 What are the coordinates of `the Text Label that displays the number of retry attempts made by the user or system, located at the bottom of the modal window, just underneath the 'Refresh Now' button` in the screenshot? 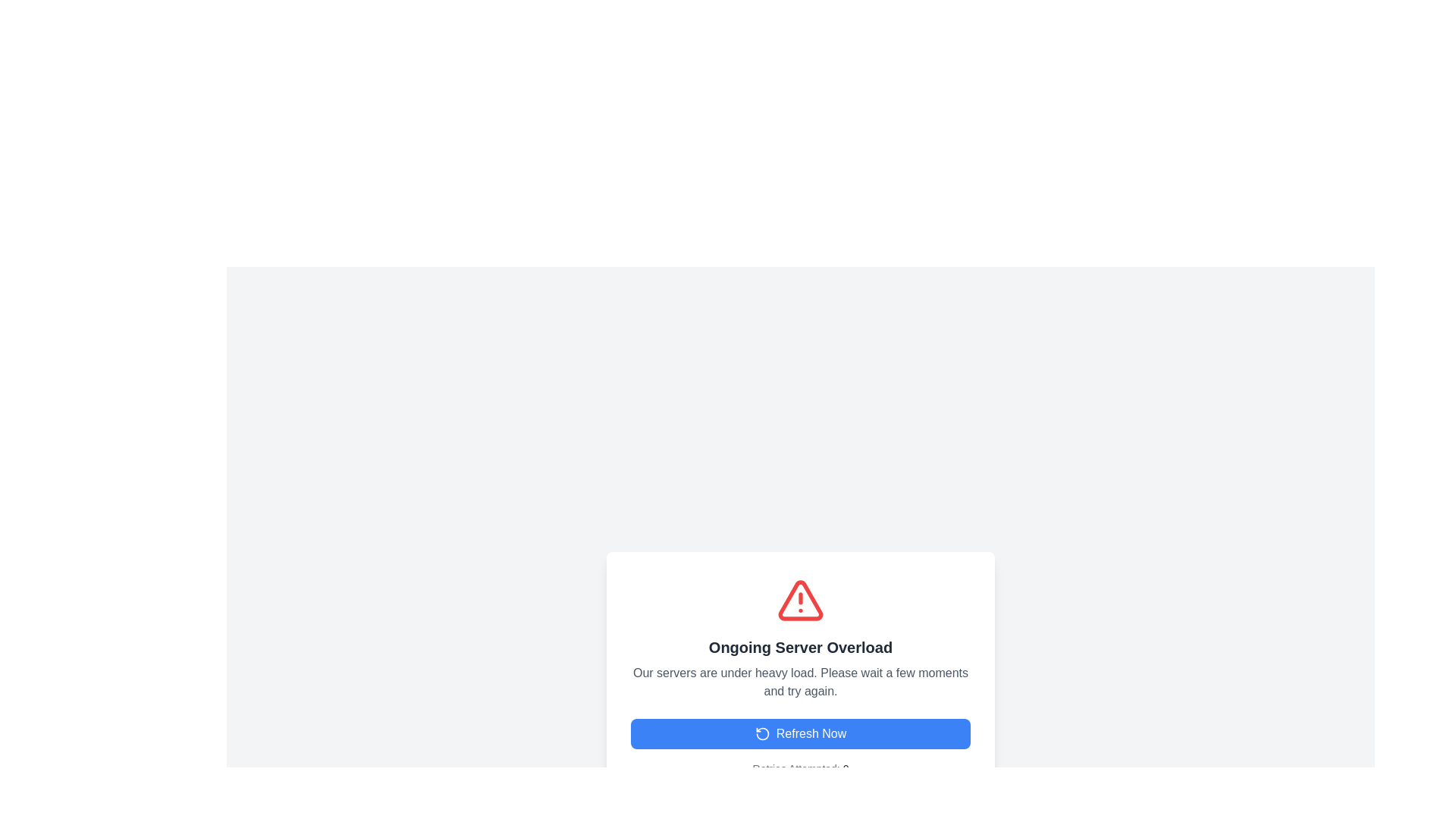 It's located at (800, 769).